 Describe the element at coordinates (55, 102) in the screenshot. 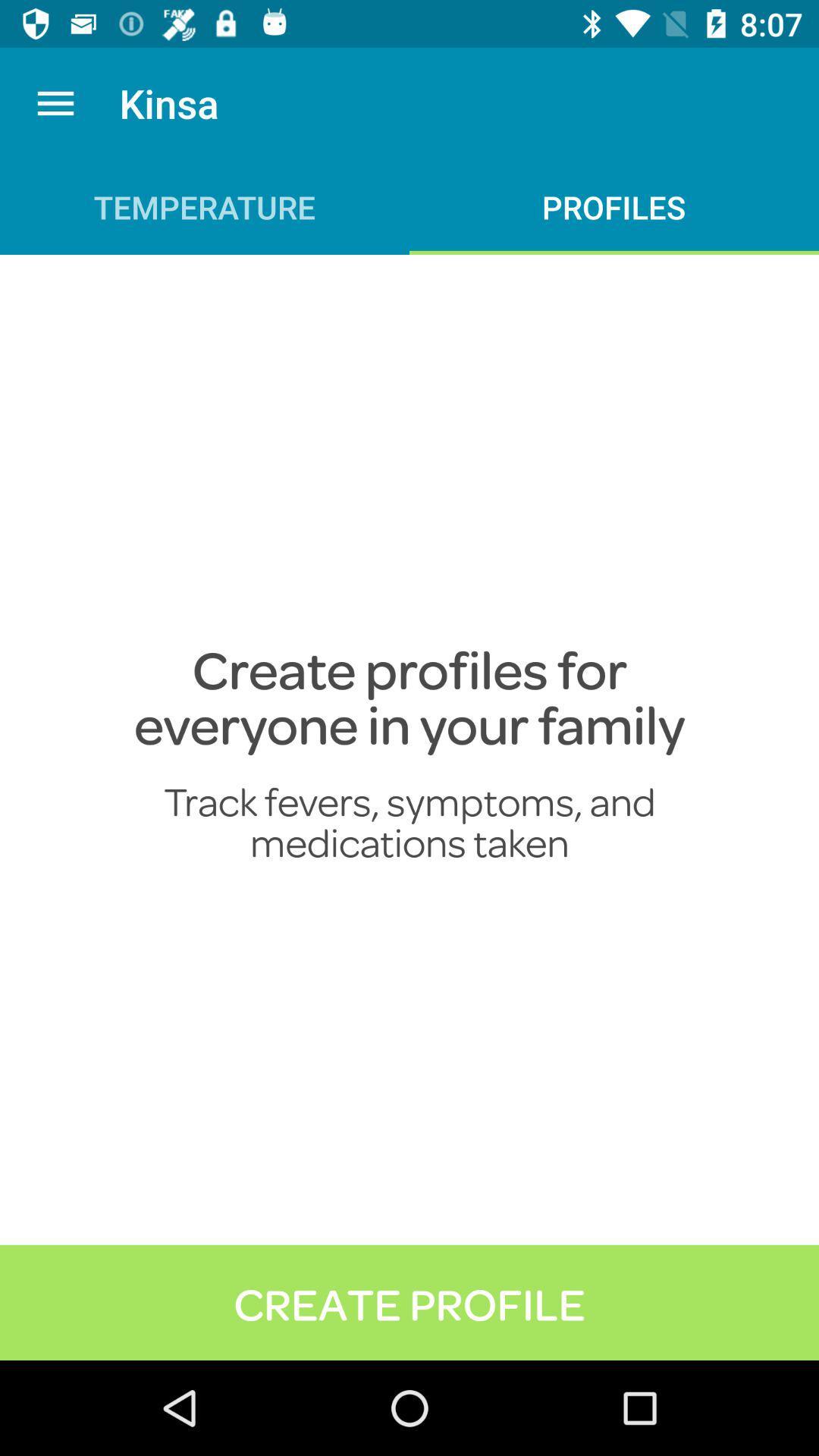

I see `the item above temperature` at that location.